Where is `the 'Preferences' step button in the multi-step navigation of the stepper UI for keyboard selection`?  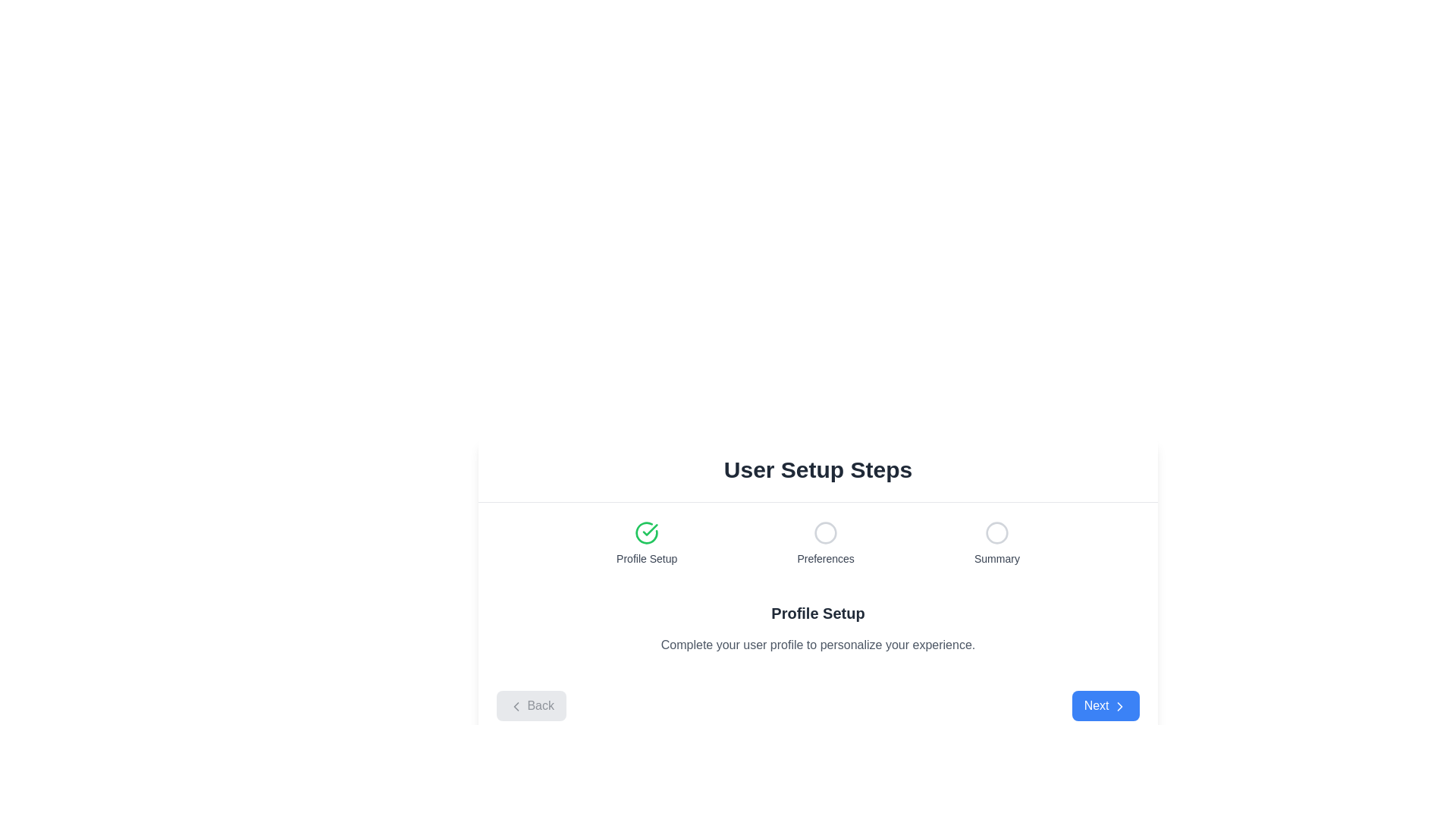
the 'Preferences' step button in the multi-step navigation of the stepper UI for keyboard selection is located at coordinates (817, 542).